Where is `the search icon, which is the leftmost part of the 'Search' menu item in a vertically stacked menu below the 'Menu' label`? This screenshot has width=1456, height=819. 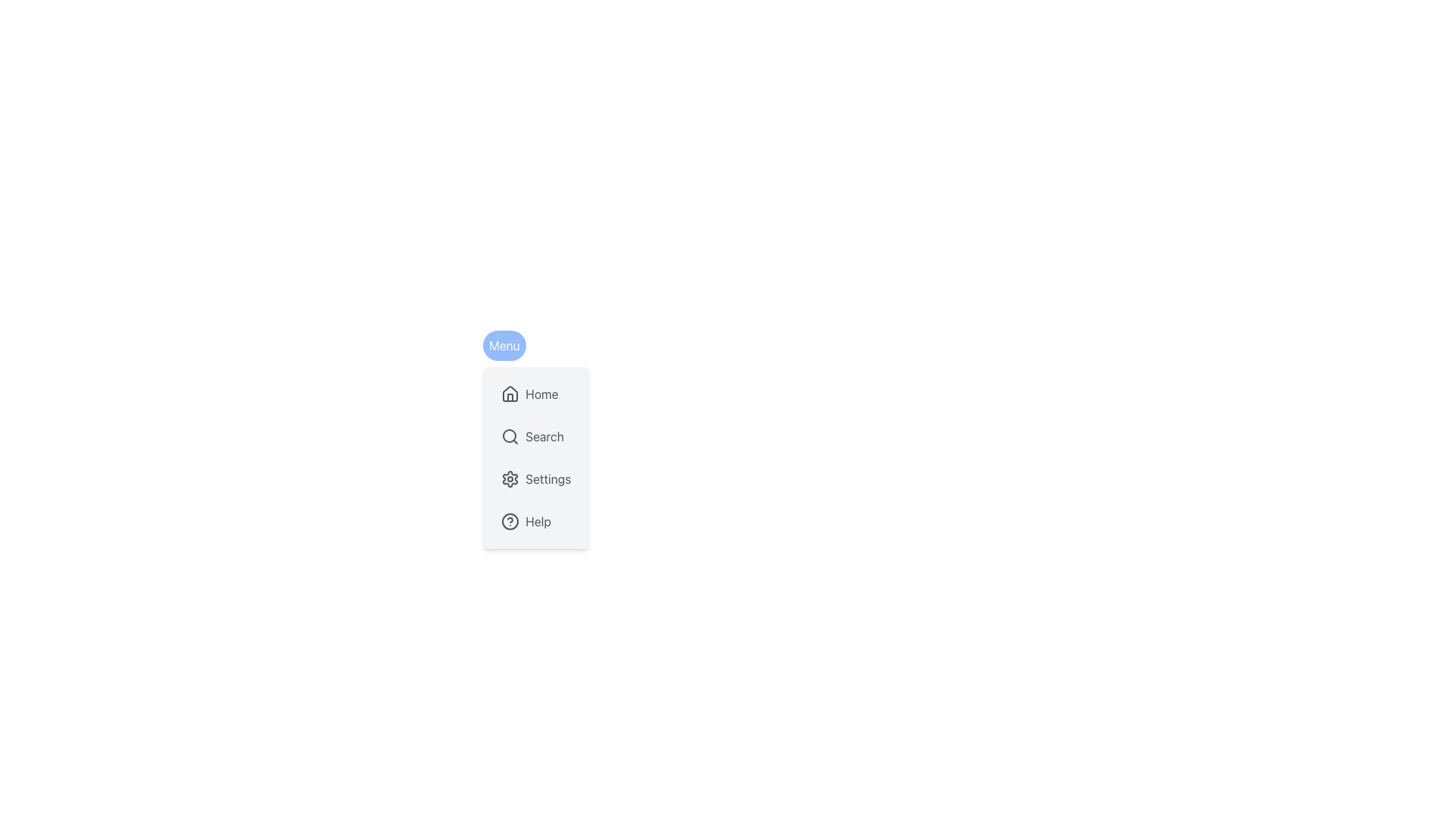
the search icon, which is the leftmost part of the 'Search' menu item in a vertically stacked menu below the 'Menu' label is located at coordinates (510, 436).